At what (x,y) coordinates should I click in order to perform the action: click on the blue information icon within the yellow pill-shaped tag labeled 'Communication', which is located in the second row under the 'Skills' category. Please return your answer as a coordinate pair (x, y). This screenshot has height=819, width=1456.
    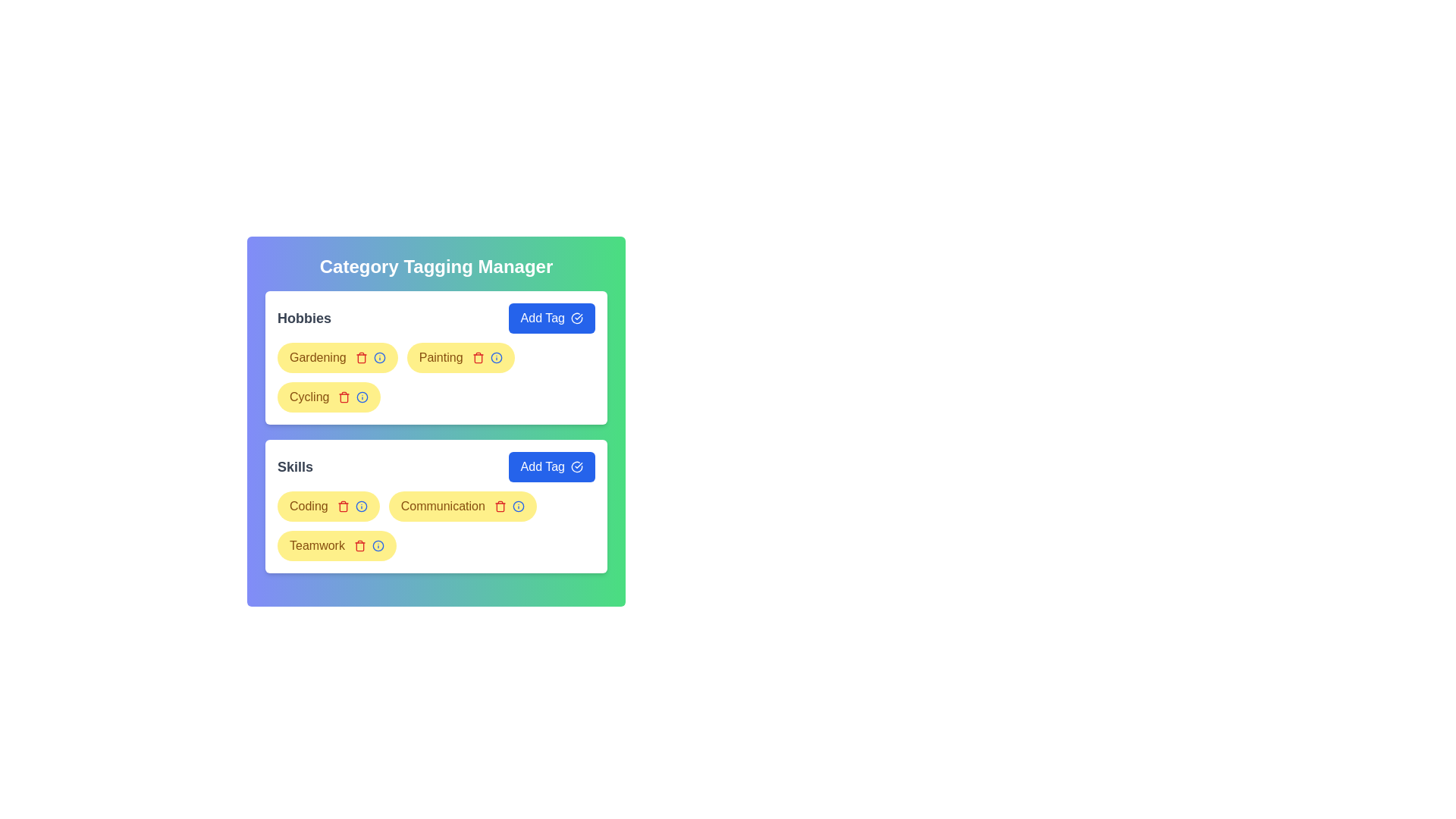
    Looking at the image, I should click on (518, 506).